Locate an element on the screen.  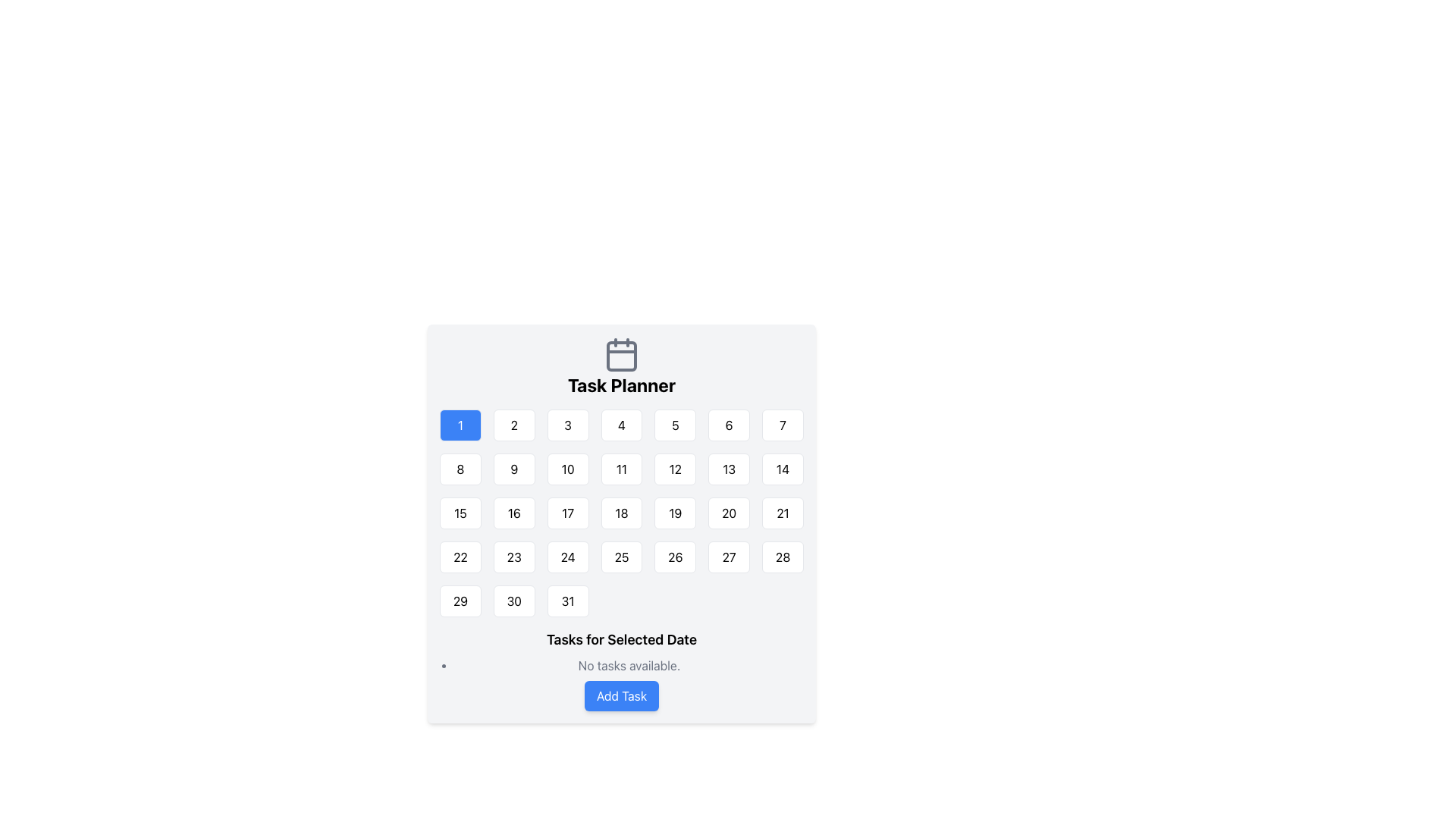
the selectable date button for the 29th day in the calendar interface is located at coordinates (460, 601).